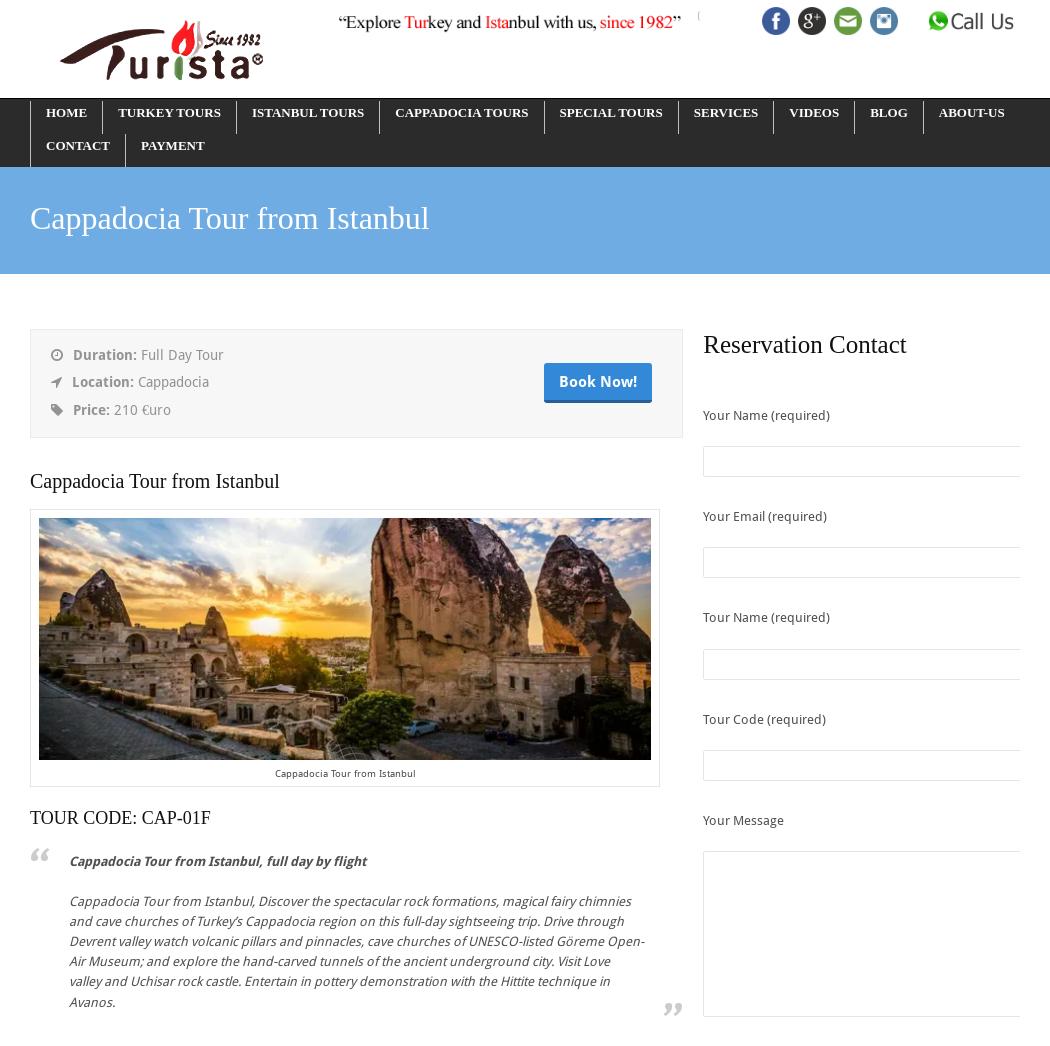 This screenshot has height=1046, width=1050. What do you see at coordinates (182, 352) in the screenshot?
I see `'Full Day Tour'` at bounding box center [182, 352].